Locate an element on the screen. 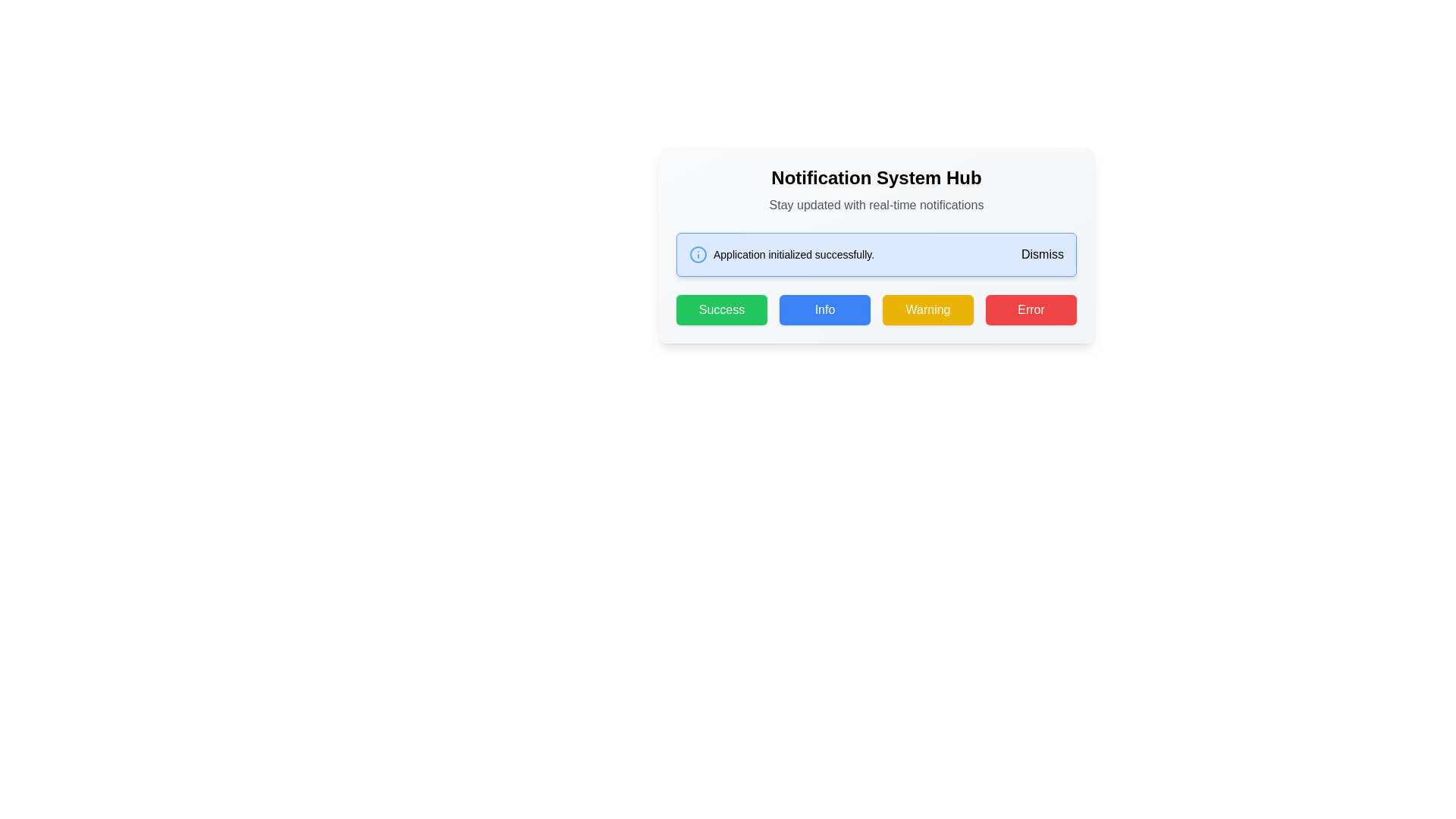 The height and width of the screenshot is (819, 1456). the 'Info' button, which is the second button is located at coordinates (824, 309).